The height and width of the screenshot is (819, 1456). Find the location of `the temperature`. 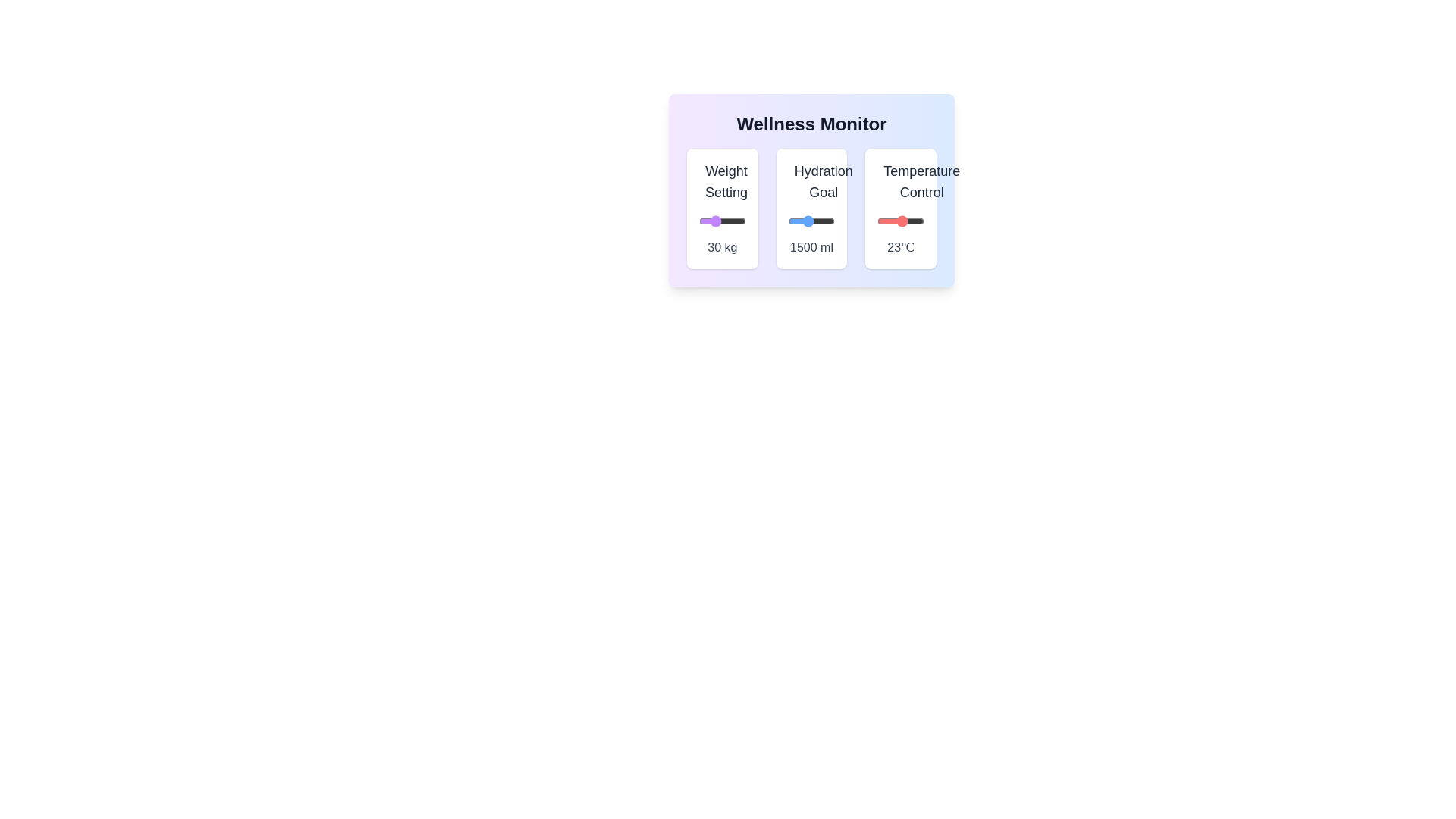

the temperature is located at coordinates (882, 221).